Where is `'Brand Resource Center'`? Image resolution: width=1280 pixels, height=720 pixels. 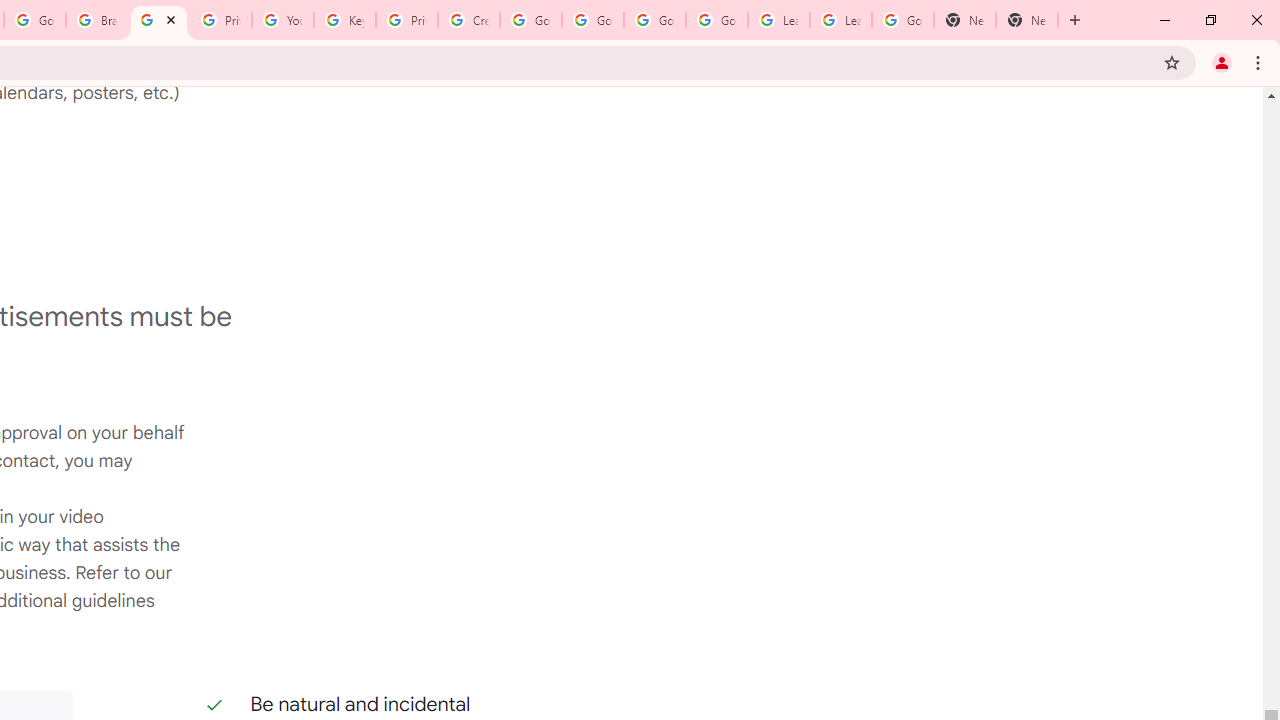
'Brand Resource Center' is located at coordinates (96, 20).